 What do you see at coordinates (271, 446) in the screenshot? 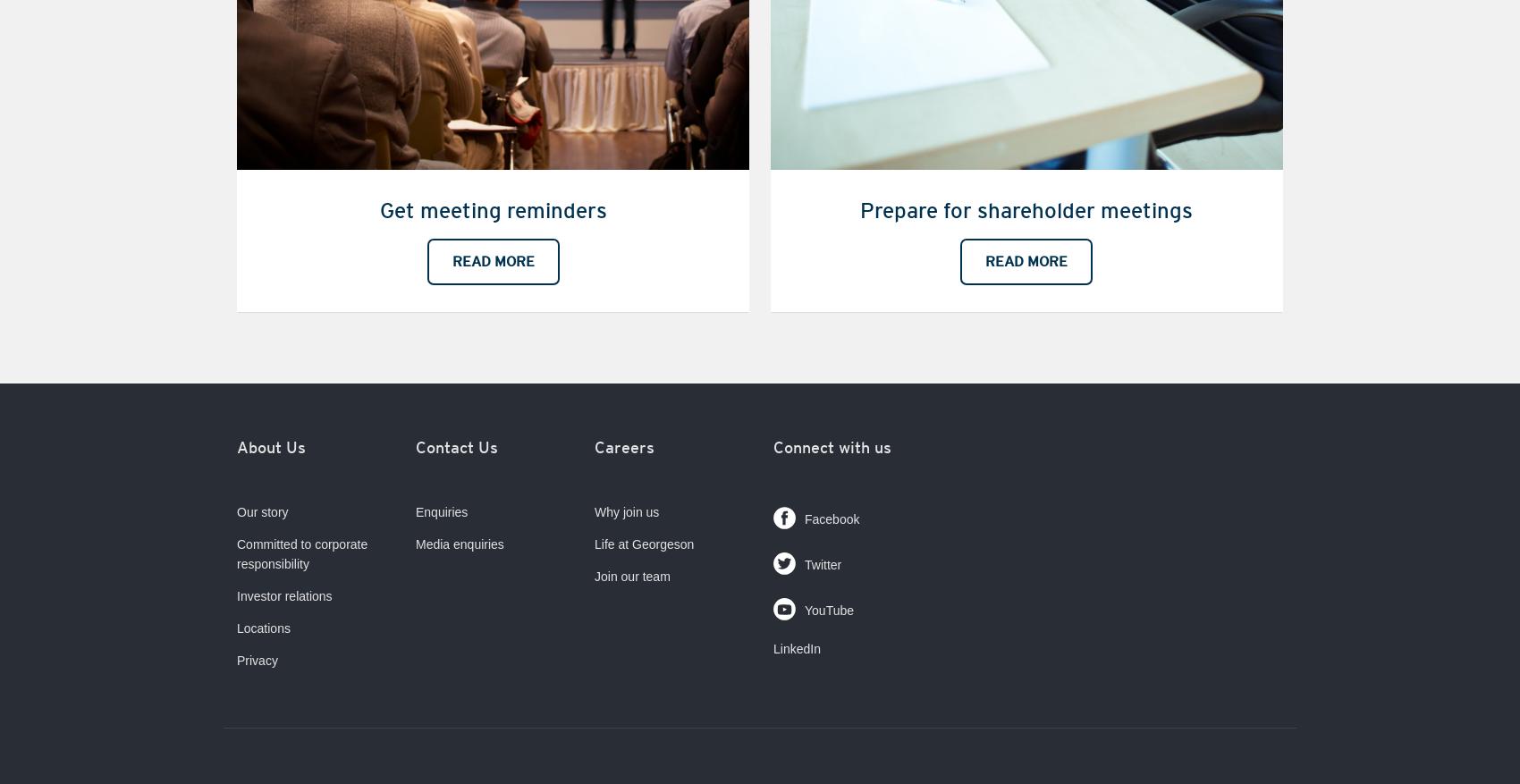
I see `'About Us'` at bounding box center [271, 446].